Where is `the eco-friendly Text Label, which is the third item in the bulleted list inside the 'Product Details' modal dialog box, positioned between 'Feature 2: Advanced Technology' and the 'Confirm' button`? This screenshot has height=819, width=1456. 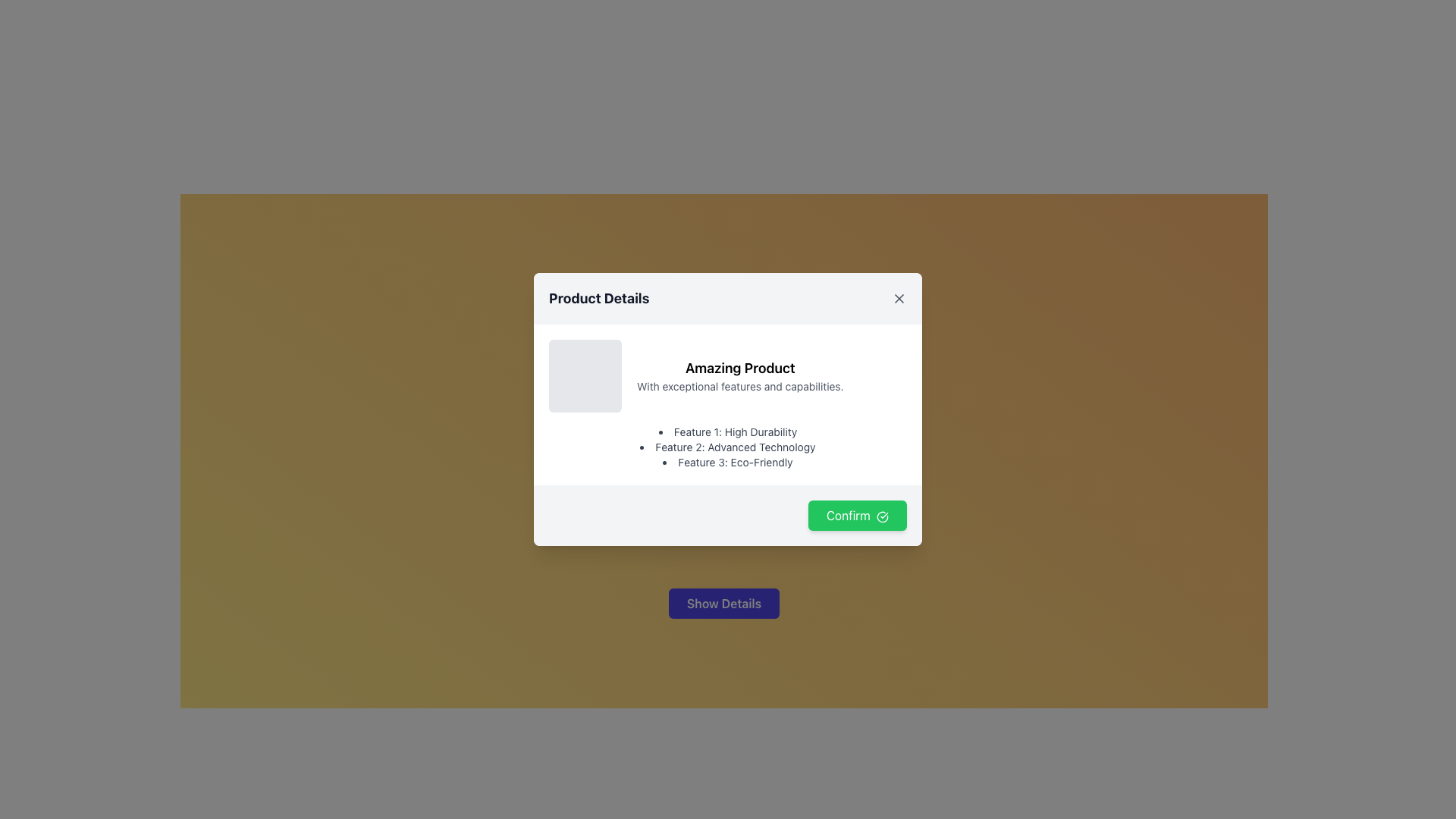
the eco-friendly Text Label, which is the third item in the bulleted list inside the 'Product Details' modal dialog box, positioned between 'Feature 2: Advanced Technology' and the 'Confirm' button is located at coordinates (728, 461).